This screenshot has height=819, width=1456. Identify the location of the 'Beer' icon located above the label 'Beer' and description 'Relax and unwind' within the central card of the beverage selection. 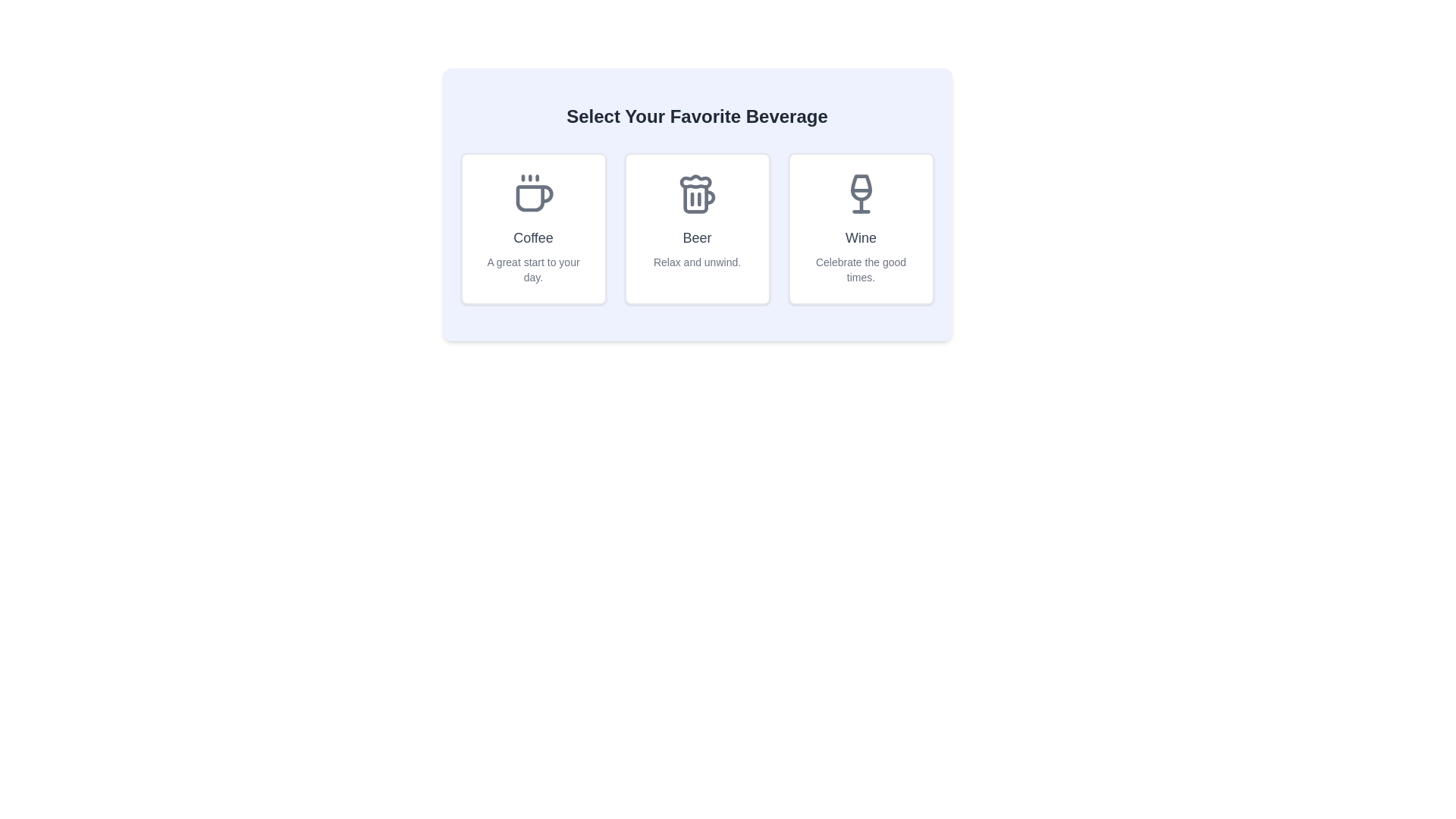
(696, 193).